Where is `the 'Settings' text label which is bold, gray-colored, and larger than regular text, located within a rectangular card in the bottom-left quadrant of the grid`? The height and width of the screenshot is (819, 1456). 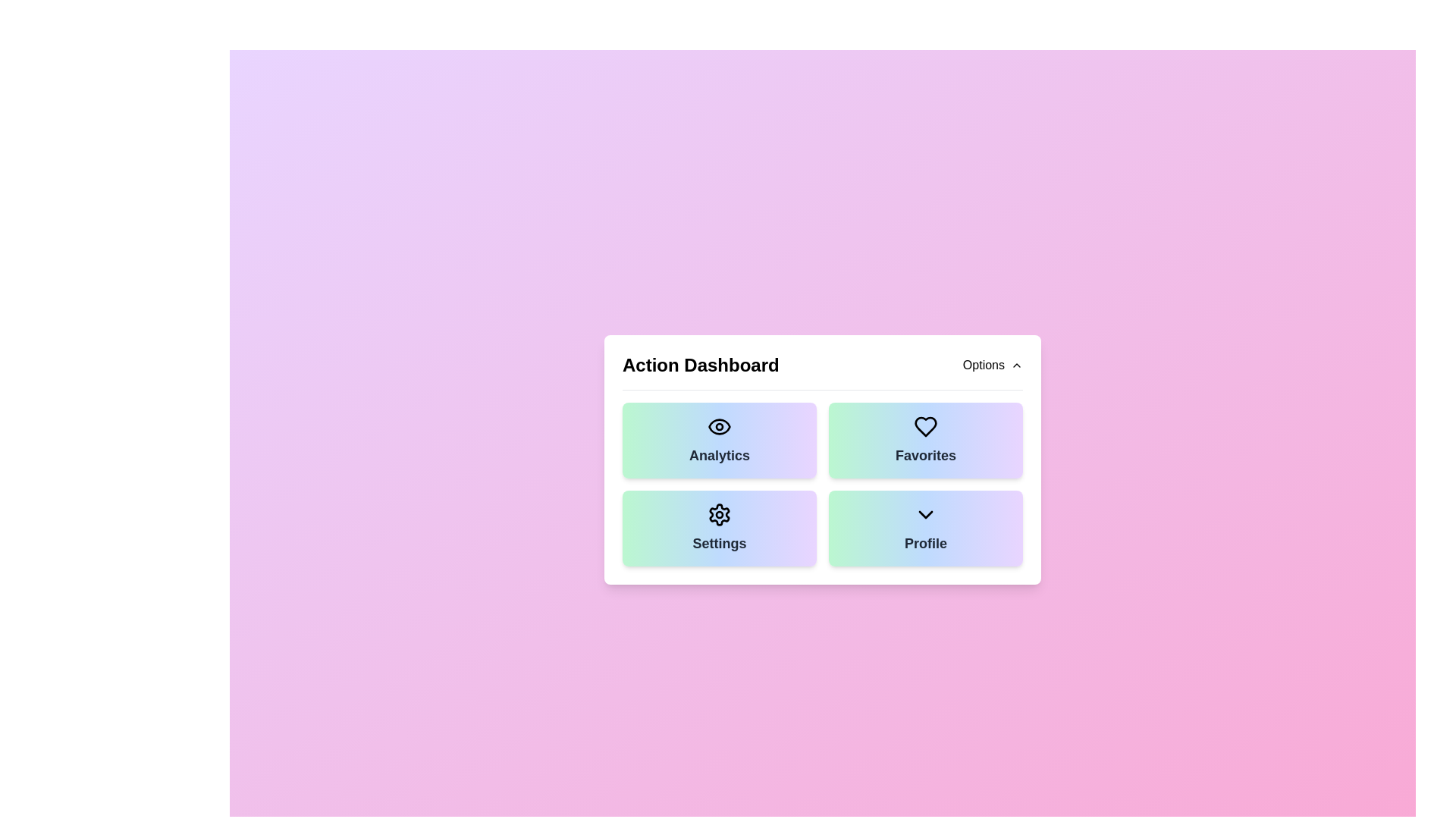 the 'Settings' text label which is bold, gray-colored, and larger than regular text, located within a rectangular card in the bottom-left quadrant of the grid is located at coordinates (719, 542).